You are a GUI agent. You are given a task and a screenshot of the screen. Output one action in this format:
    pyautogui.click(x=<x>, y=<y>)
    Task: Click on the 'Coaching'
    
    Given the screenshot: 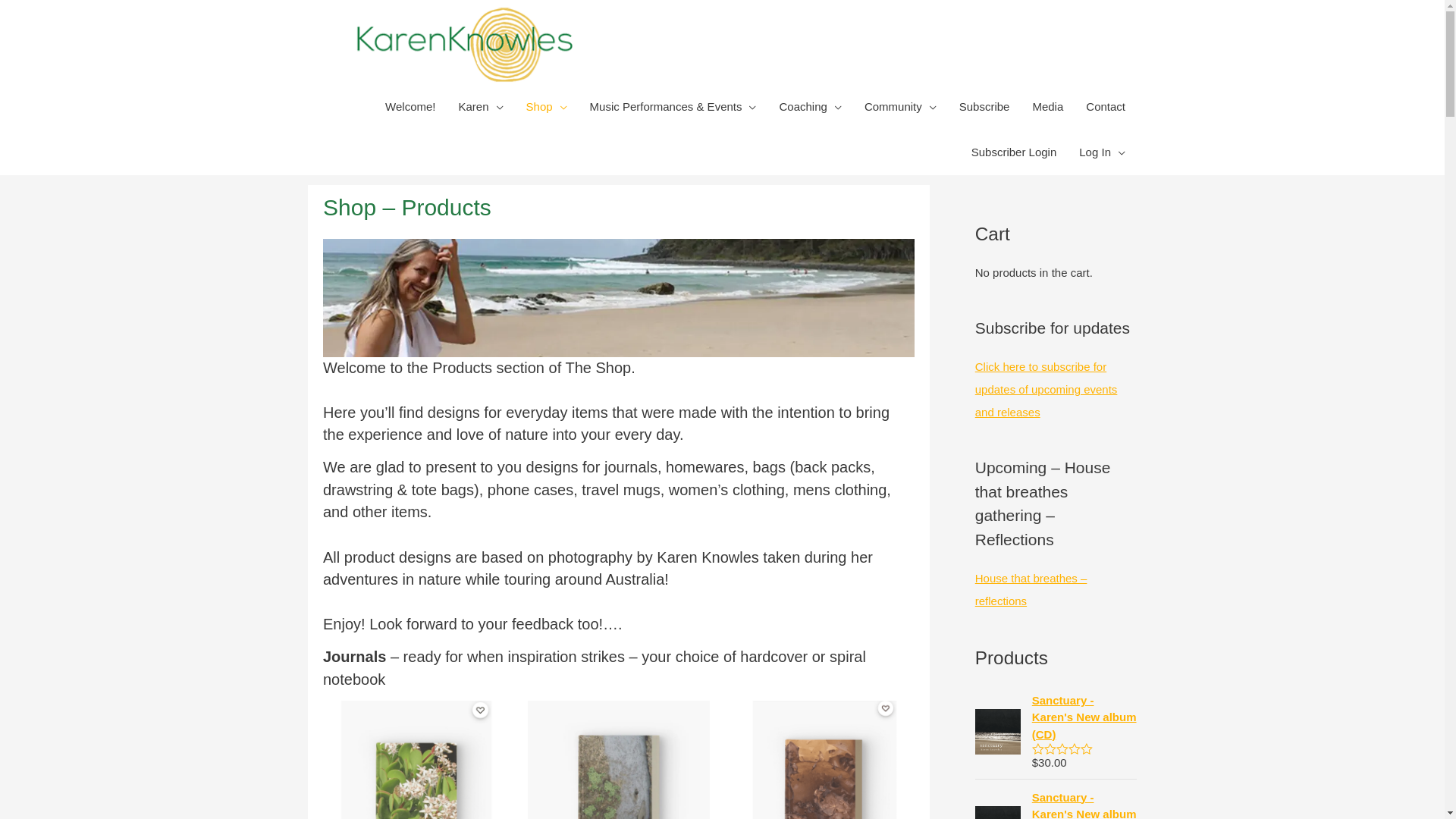 What is the action you would take?
    pyautogui.click(x=809, y=106)
    